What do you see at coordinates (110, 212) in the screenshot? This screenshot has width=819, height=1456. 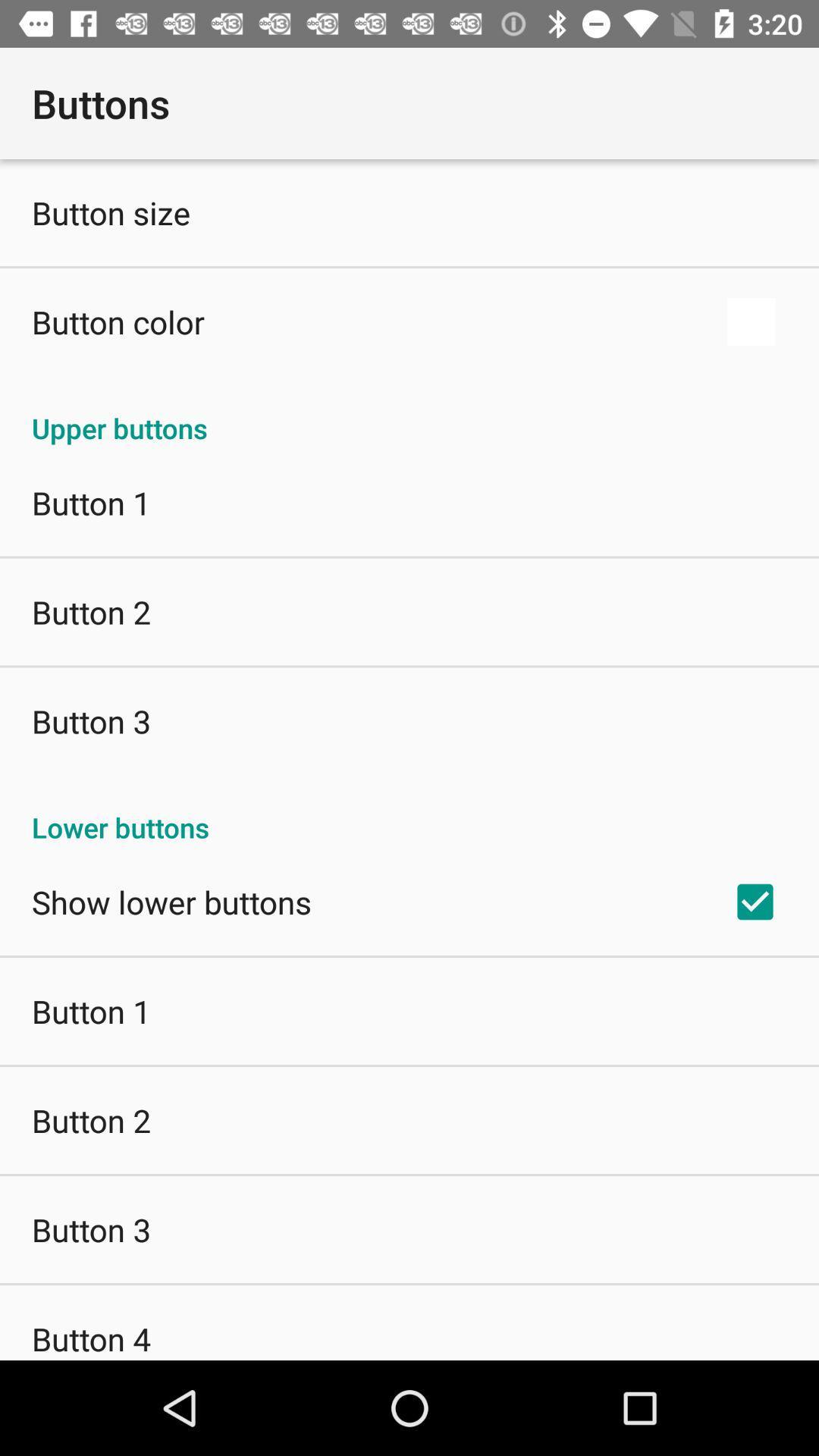 I see `icon above the button color icon` at bounding box center [110, 212].